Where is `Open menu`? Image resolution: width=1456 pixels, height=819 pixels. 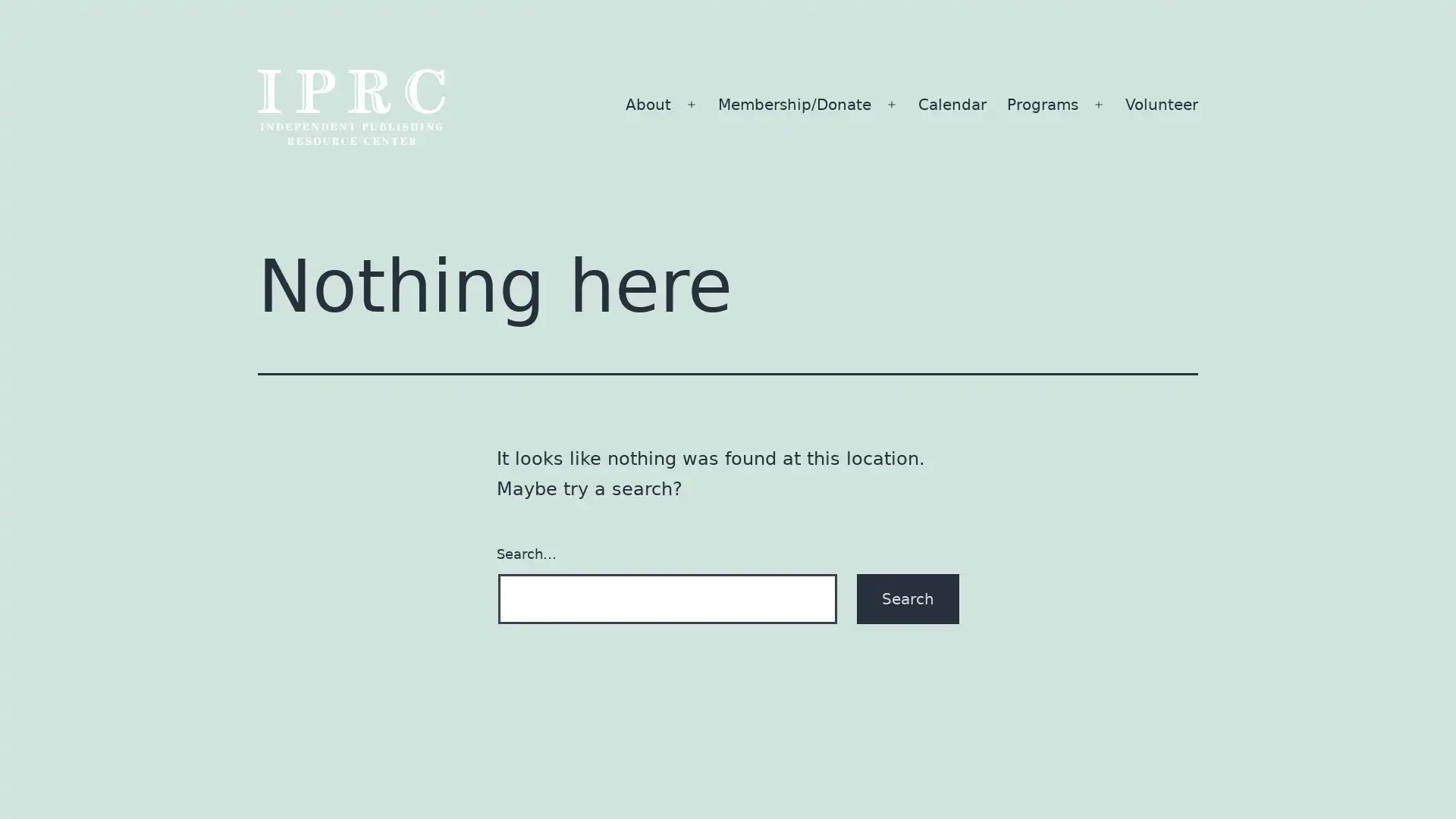 Open menu is located at coordinates (691, 104).